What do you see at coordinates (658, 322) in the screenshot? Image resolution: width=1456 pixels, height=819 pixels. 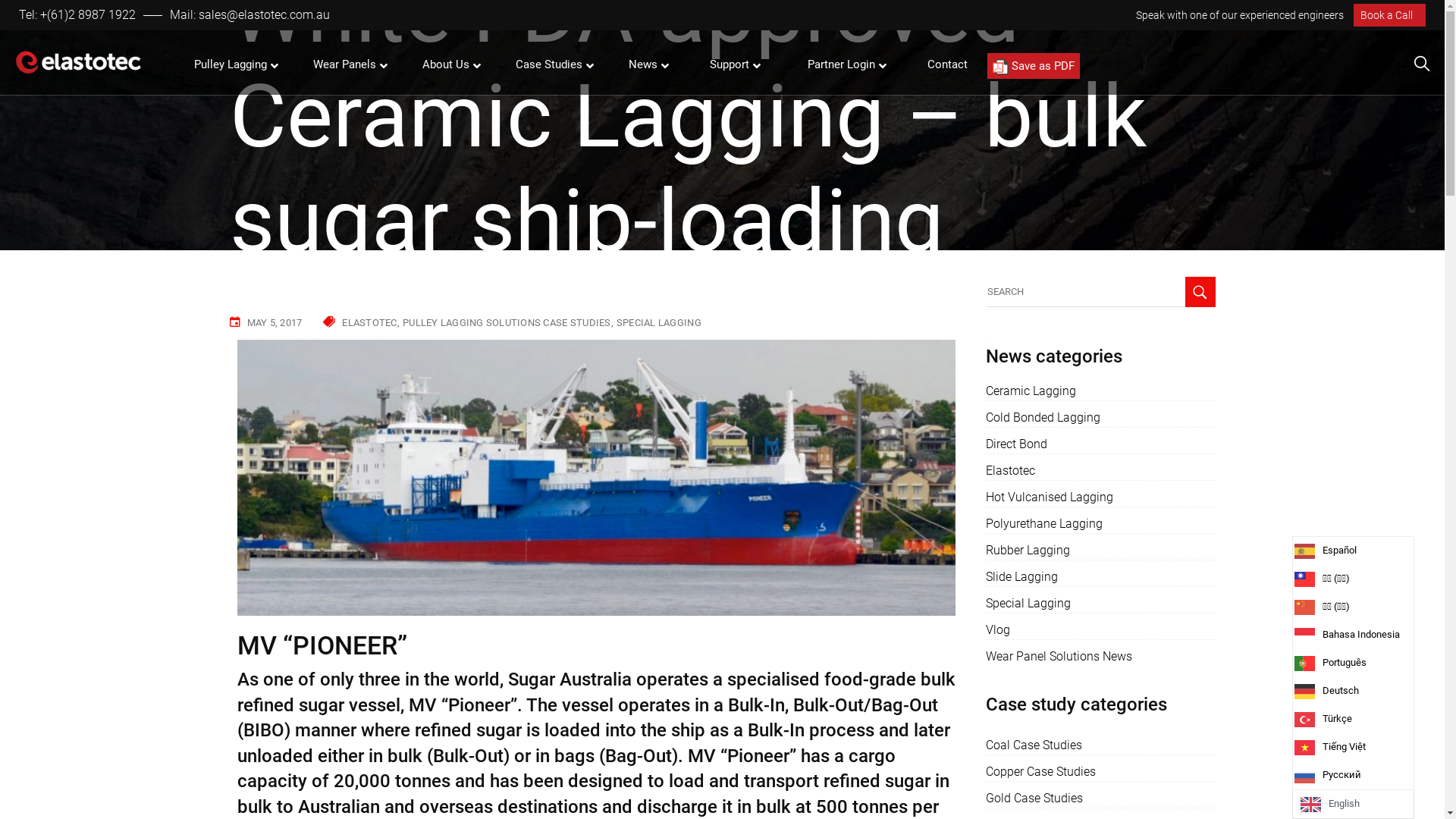 I see `'SPECIAL LAGGING'` at bounding box center [658, 322].